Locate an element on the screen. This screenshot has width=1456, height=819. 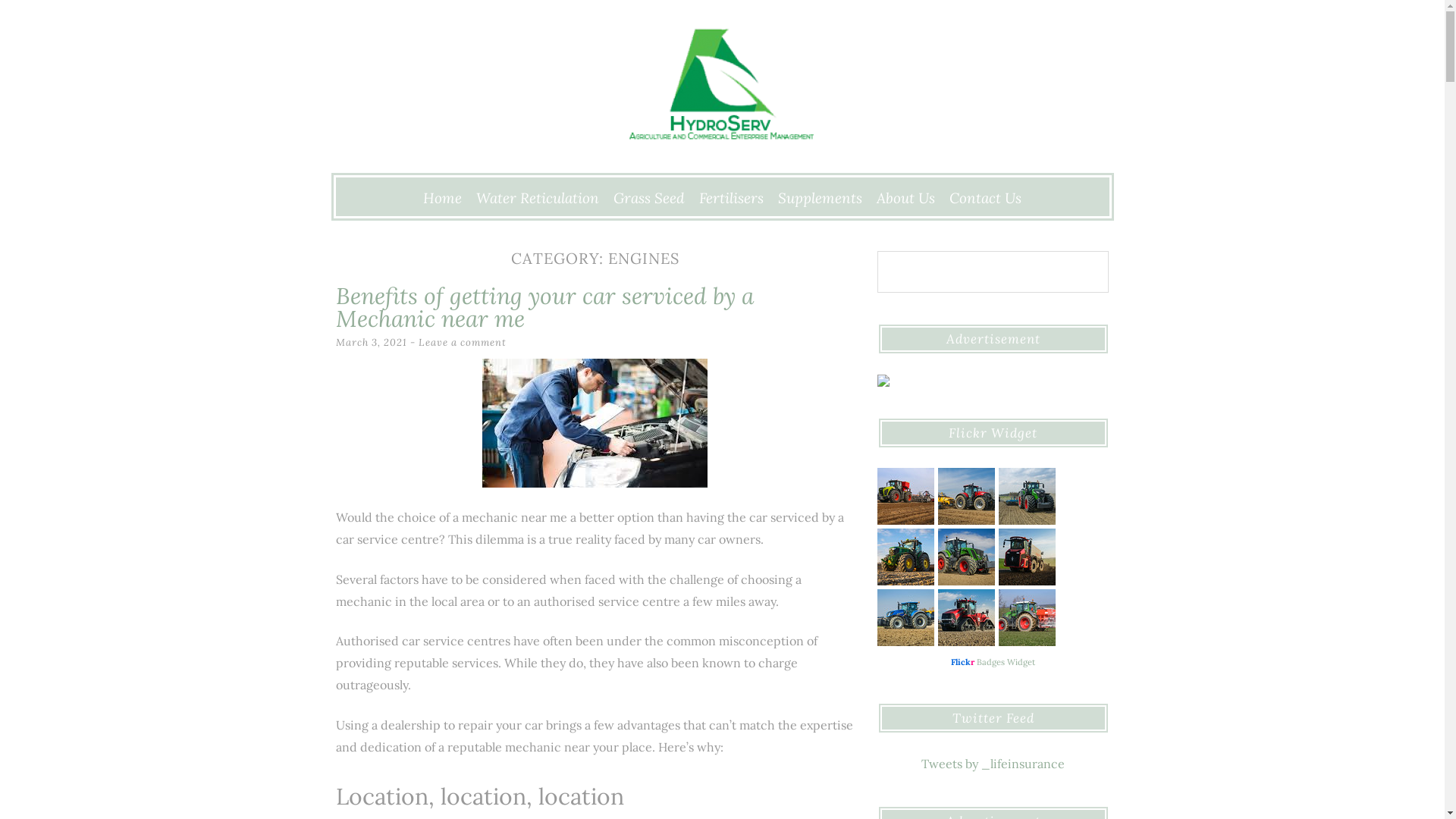
'Fertilizing Crops | FENDT // RAUCH' is located at coordinates (1026, 617).